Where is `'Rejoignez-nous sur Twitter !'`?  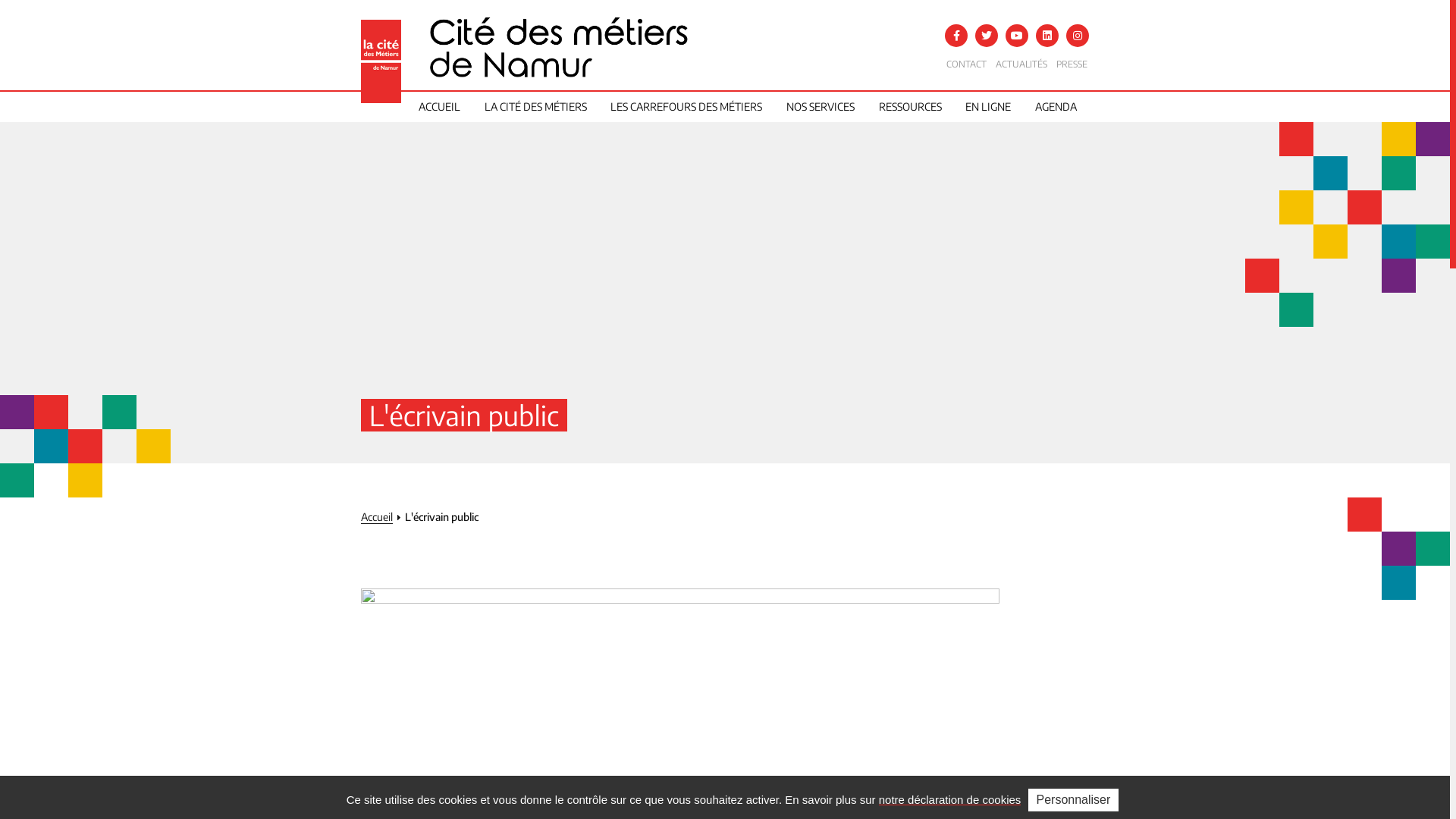 'Rejoignez-nous sur Twitter !' is located at coordinates (986, 34).